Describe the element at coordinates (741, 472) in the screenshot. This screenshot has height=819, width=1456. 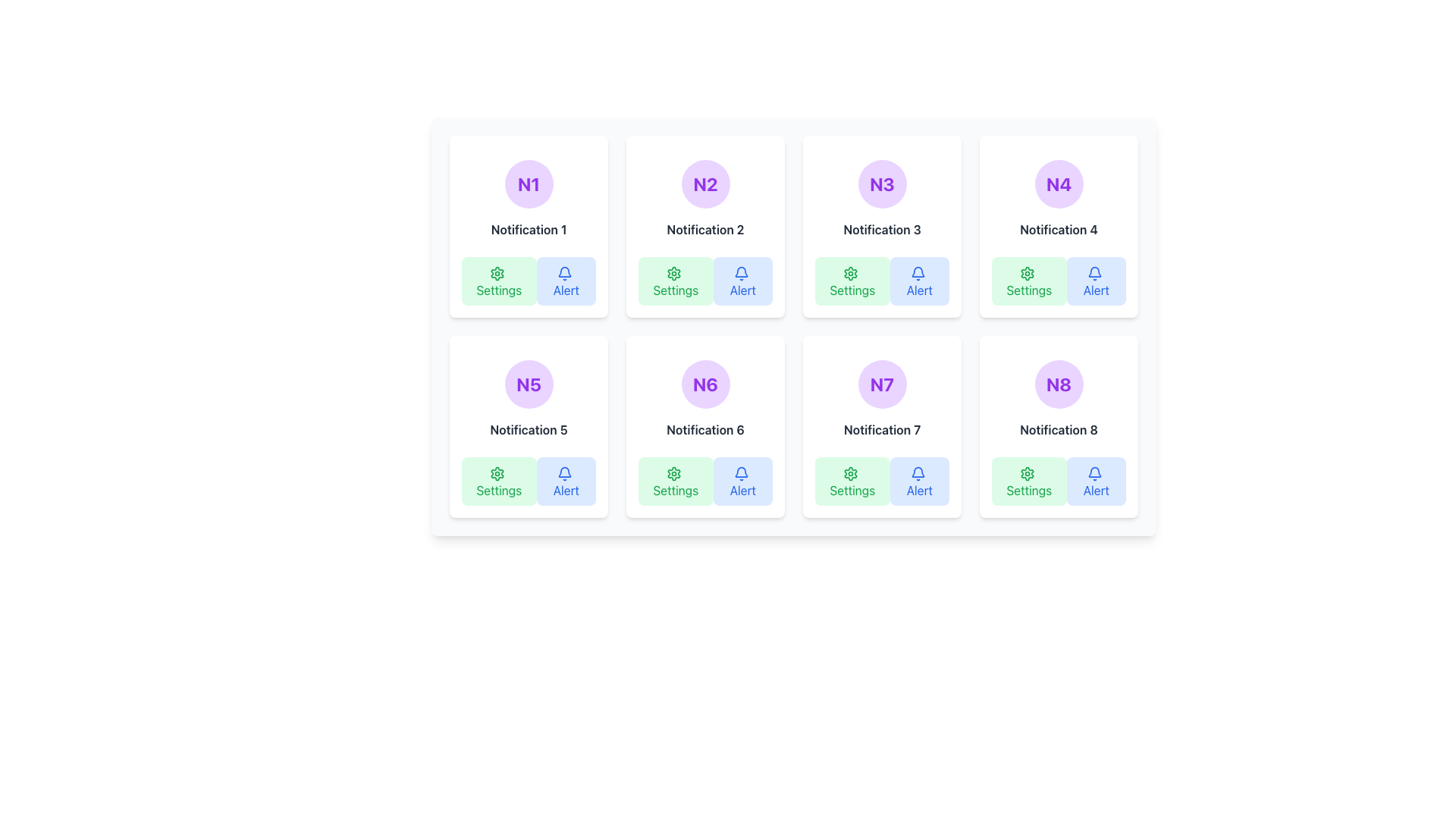
I see `the Notification icon, which is a bell icon with a blue outline, located within the 'Alert' button on the 'Notification 6' card` at that location.